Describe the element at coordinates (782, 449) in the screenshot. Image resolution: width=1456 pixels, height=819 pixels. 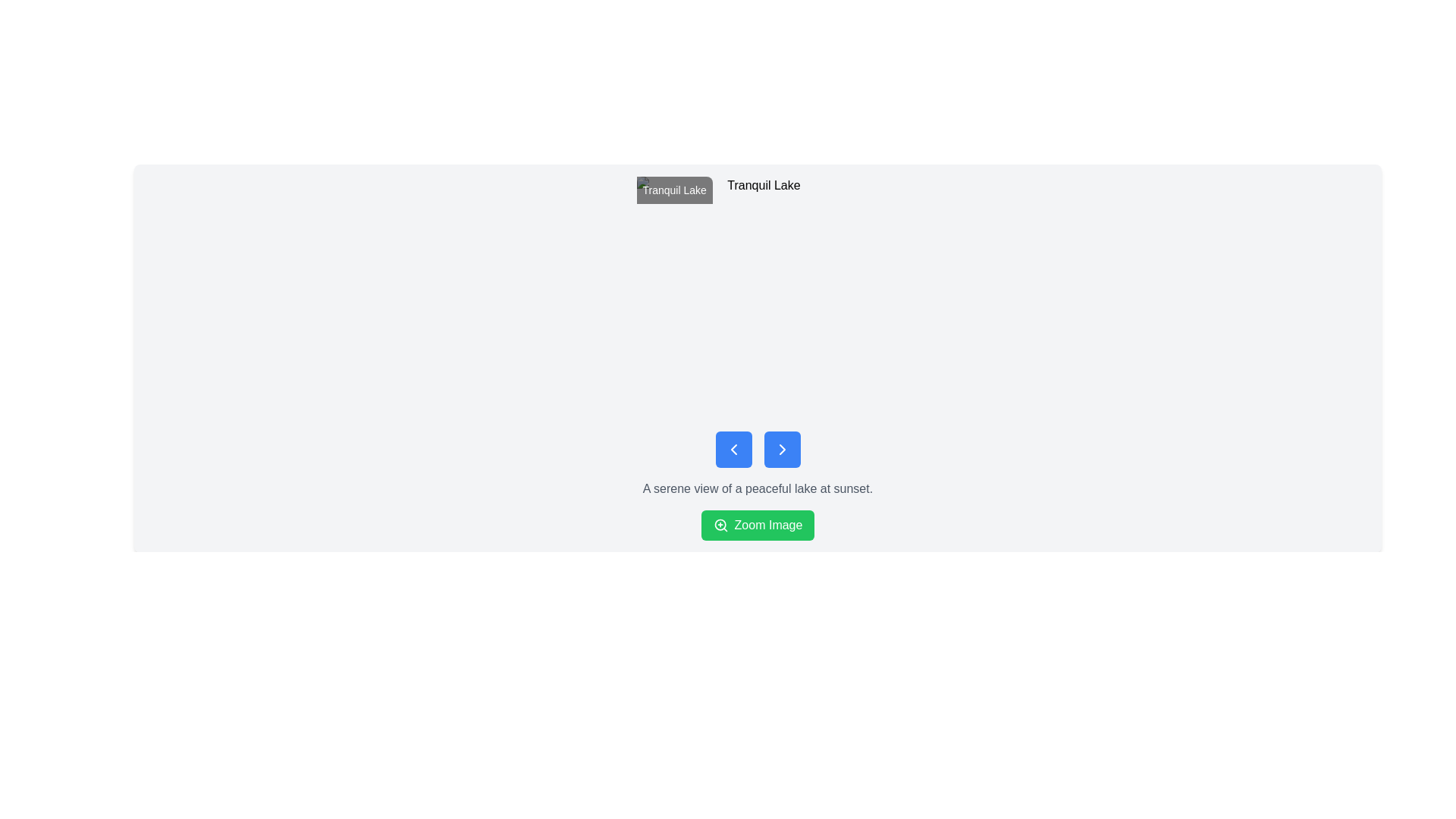
I see `the second blue button with a rightward arrow icon to observe interactive feedback` at that location.